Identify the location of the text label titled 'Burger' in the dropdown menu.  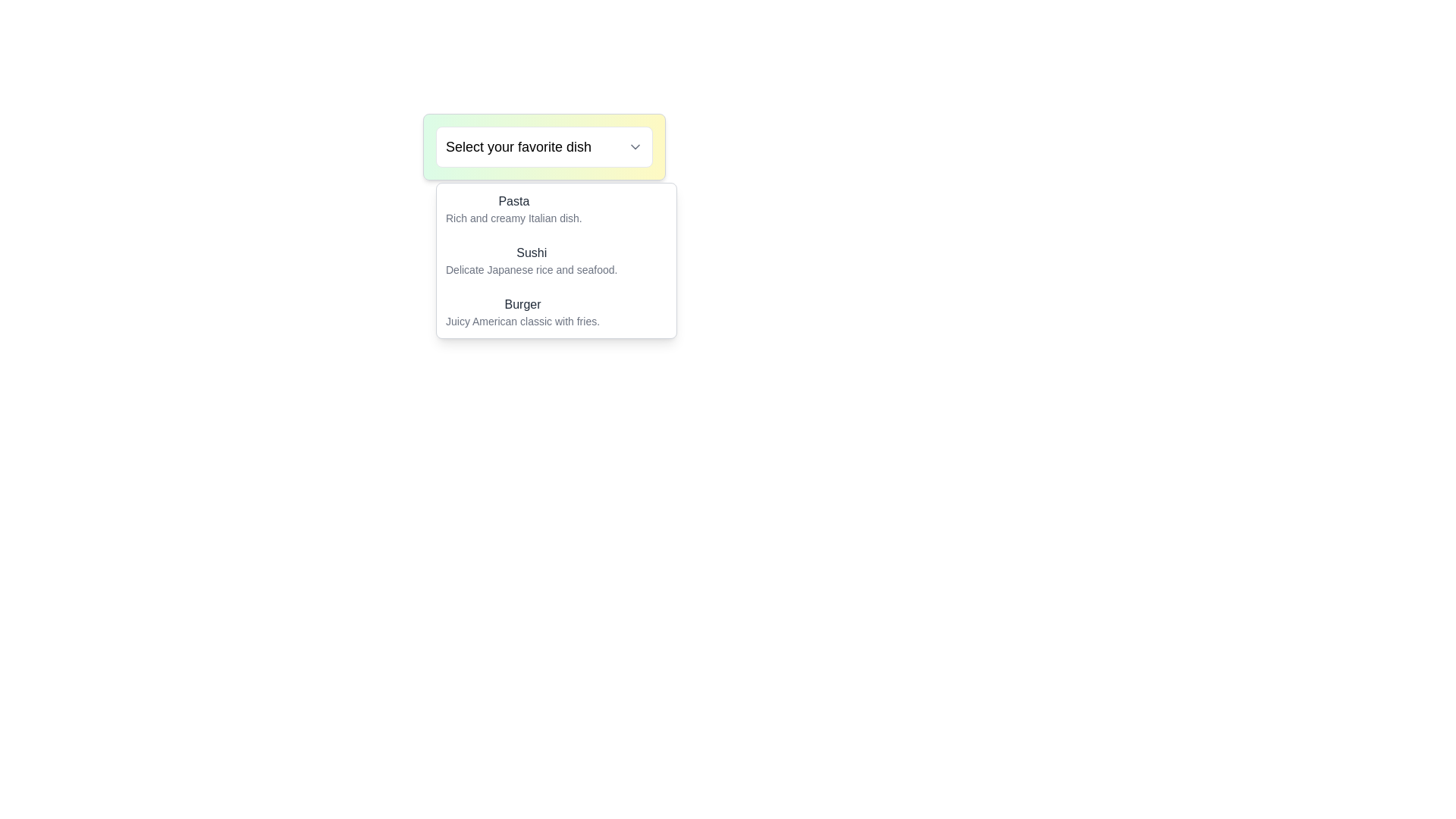
(522, 304).